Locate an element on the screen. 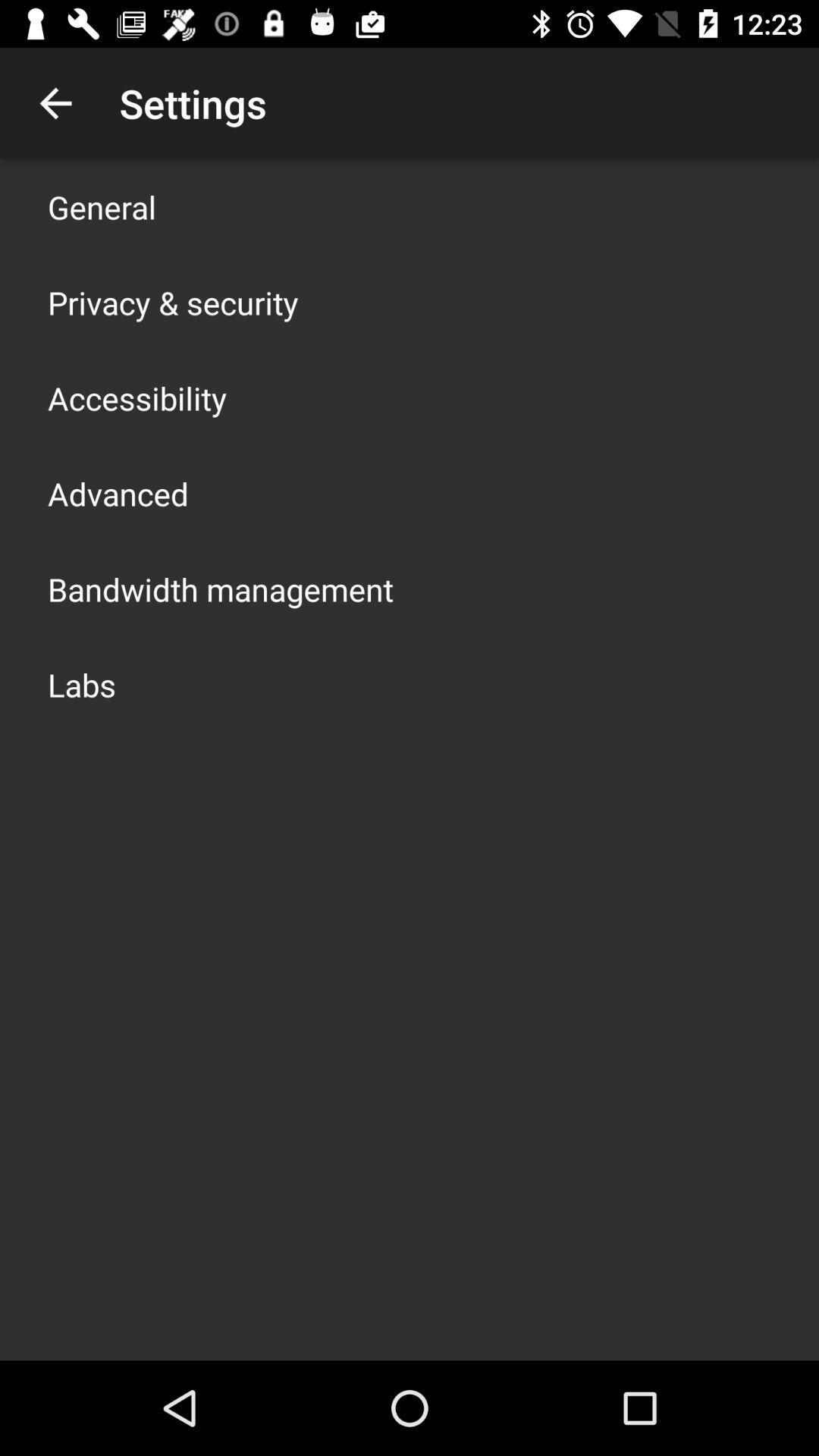 The width and height of the screenshot is (819, 1456). privacy & security item is located at coordinates (172, 302).